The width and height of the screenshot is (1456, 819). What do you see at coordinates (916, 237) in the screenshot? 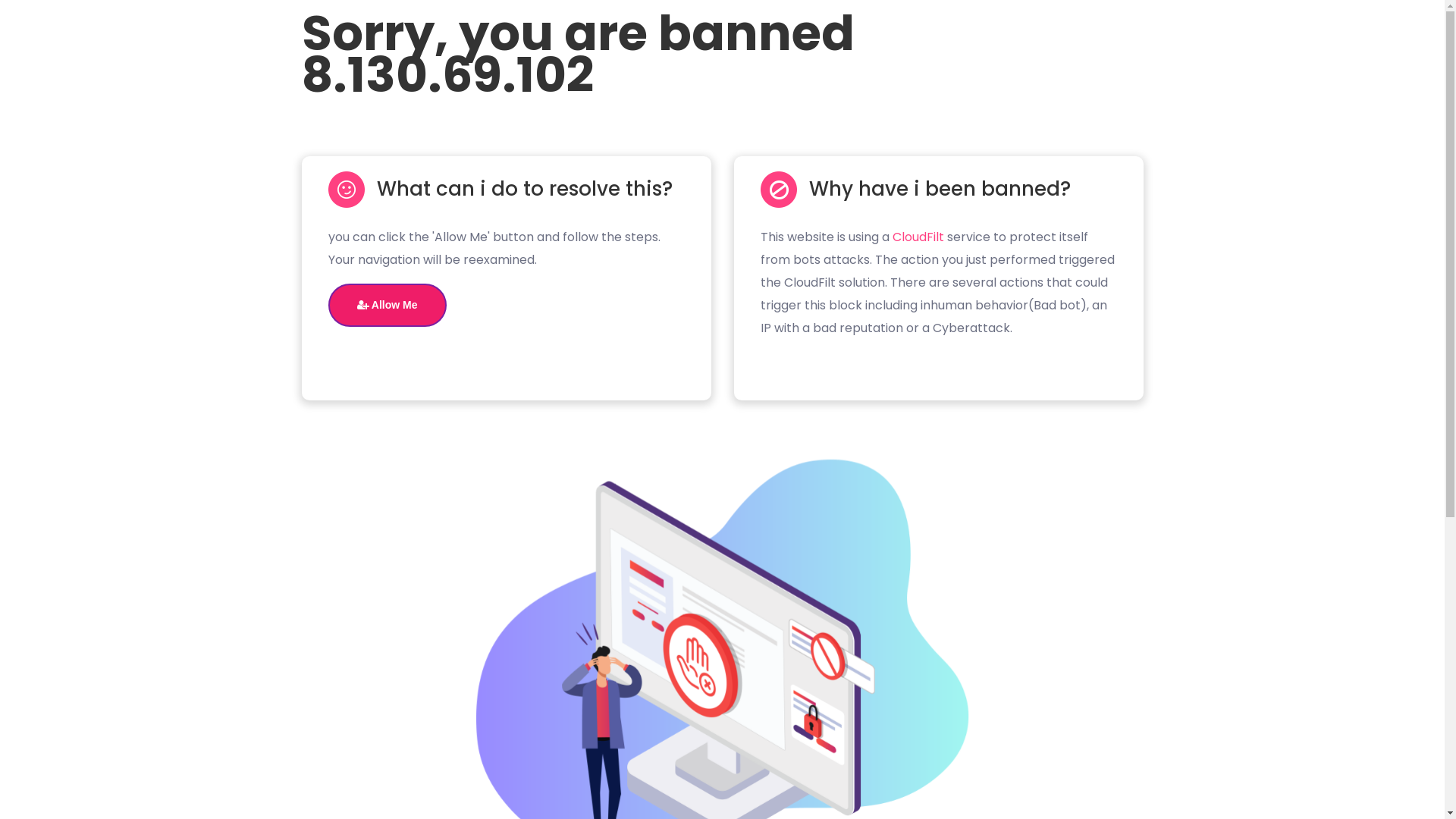
I see `'CloudFilt'` at bounding box center [916, 237].